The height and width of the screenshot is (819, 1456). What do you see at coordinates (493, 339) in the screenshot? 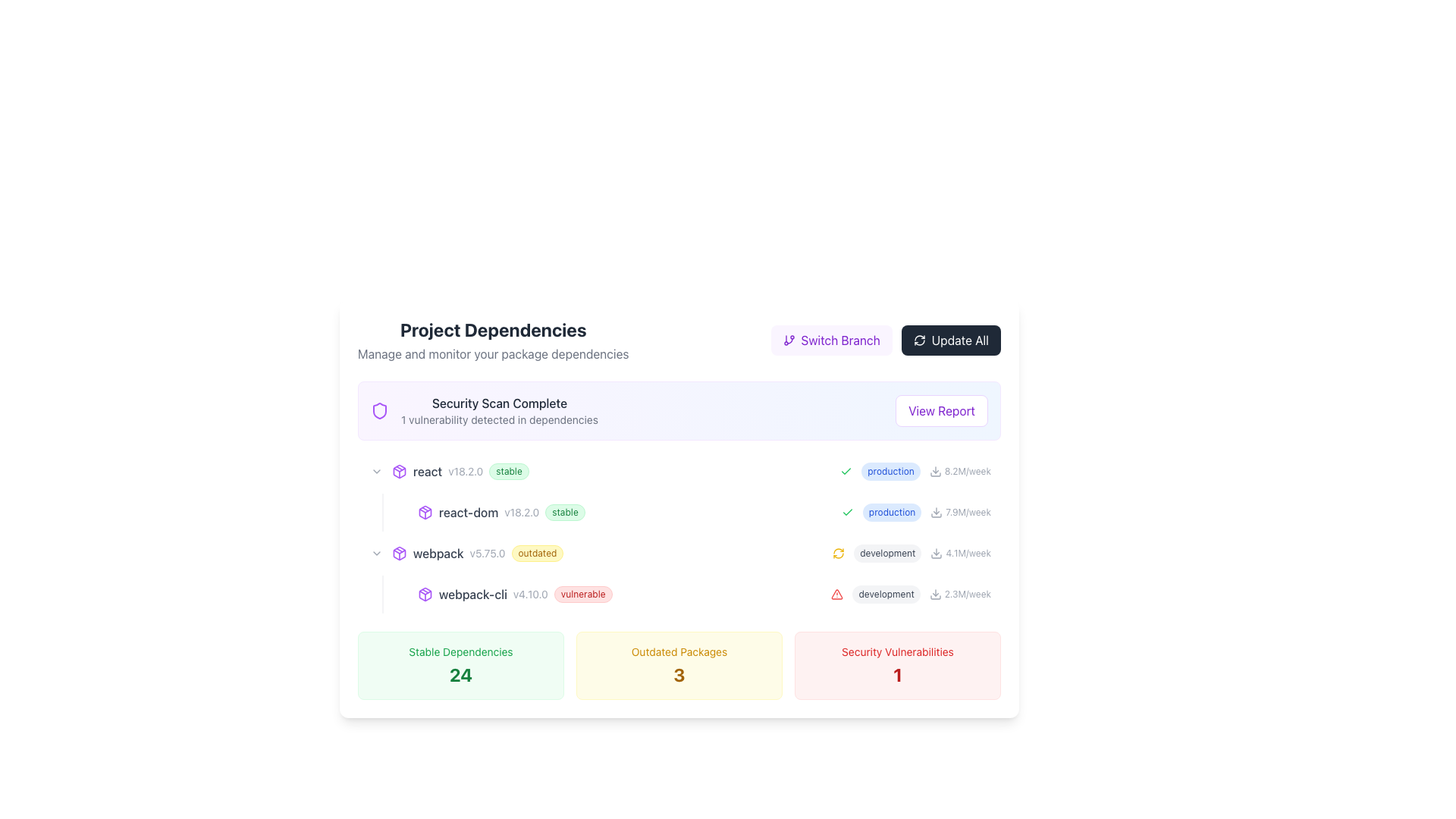
I see `the 'Project Dependencies' heading and its subtext, which is styled in bold and light gray, located in the top-left section of the interface` at bounding box center [493, 339].